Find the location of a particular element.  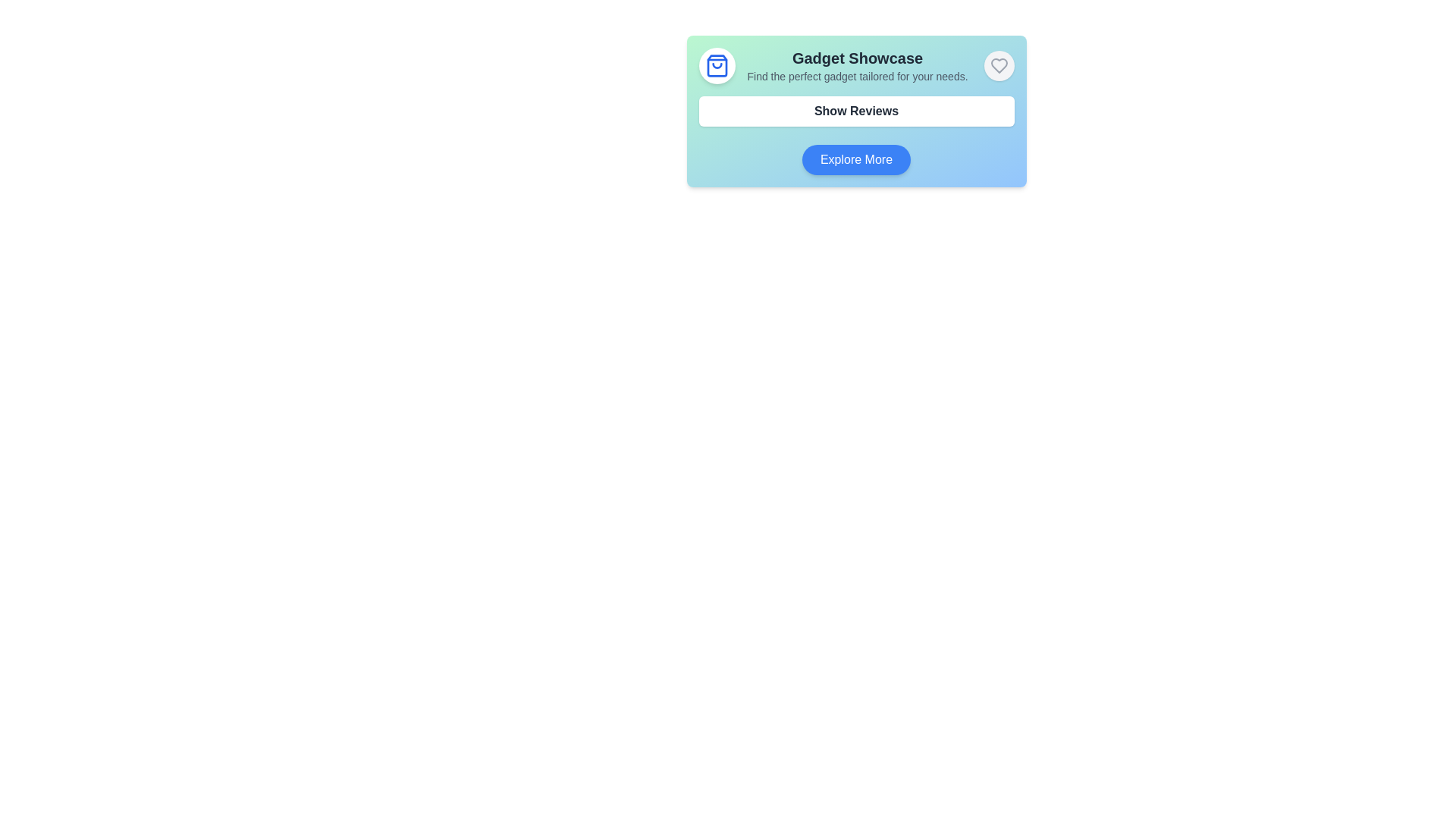

the decorative shopping icon located at the top-left corner of the 'Gadget Showcase' card is located at coordinates (716, 65).